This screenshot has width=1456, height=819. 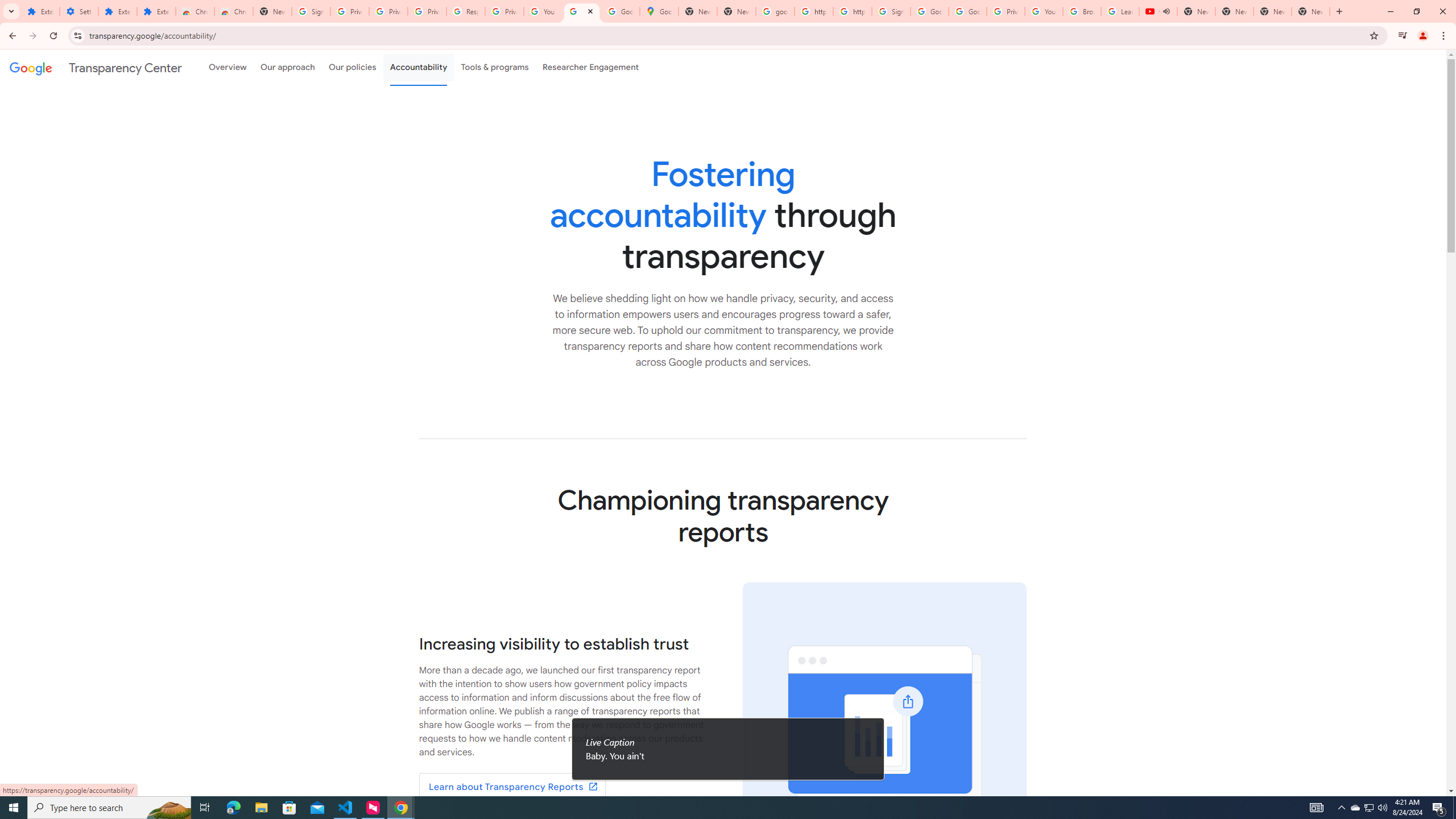 What do you see at coordinates (851, 11) in the screenshot?
I see `'https://scholar.google.com/'` at bounding box center [851, 11].